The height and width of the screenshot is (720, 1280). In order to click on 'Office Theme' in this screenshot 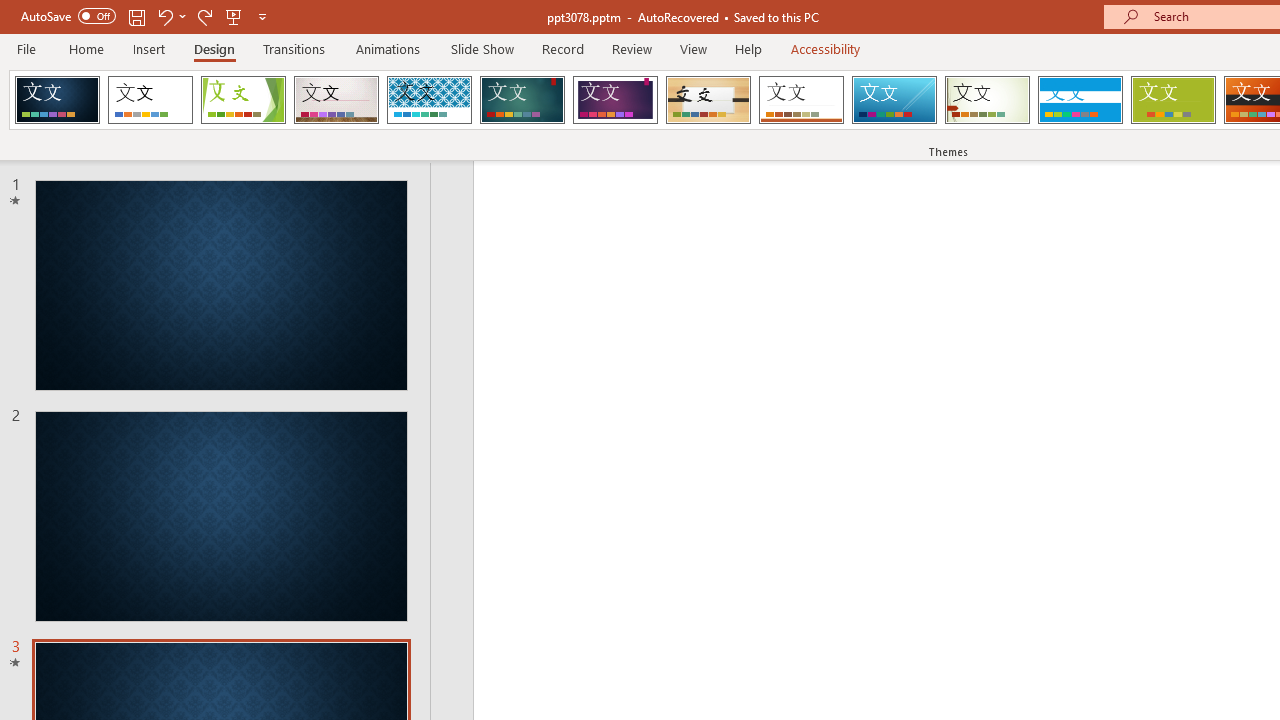, I will do `click(149, 100)`.